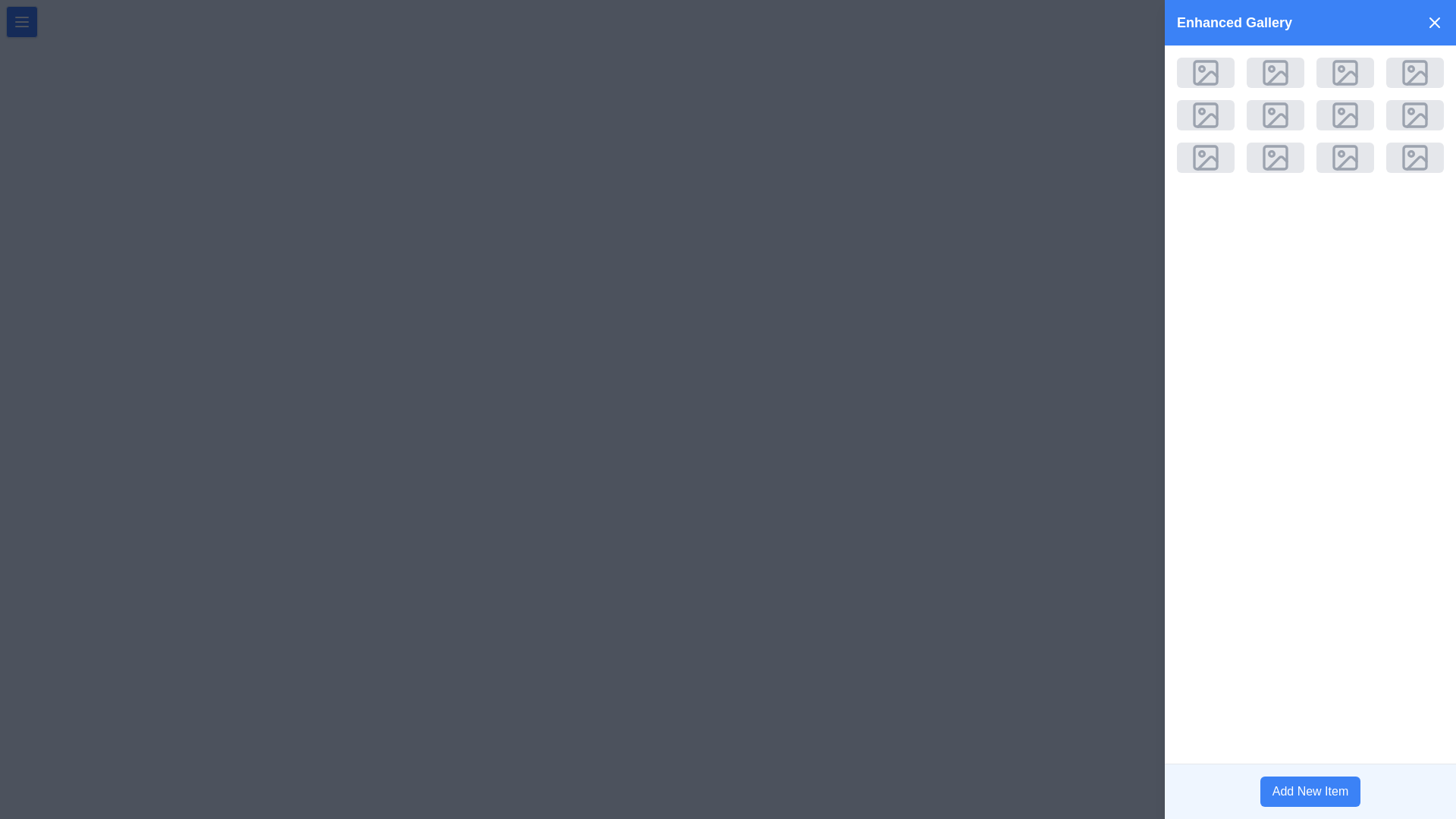  Describe the element at coordinates (1345, 114) in the screenshot. I see `the rounded rectangle graphic inside the fifth icon of the second row in the 'Enhanced Gallery' section located at the top-right corner of the interface` at that location.